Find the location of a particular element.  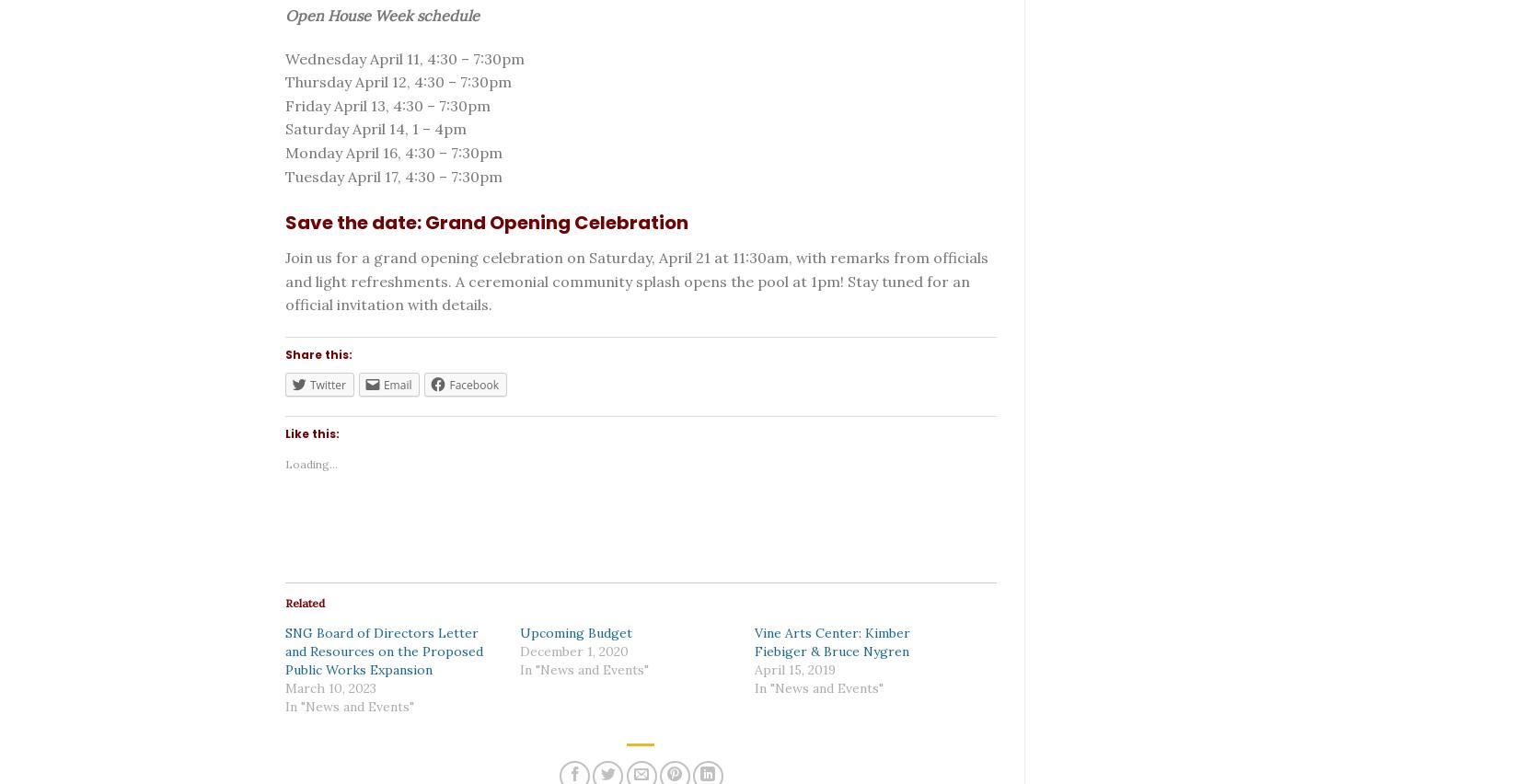

'Twitter' is located at coordinates (328, 385).